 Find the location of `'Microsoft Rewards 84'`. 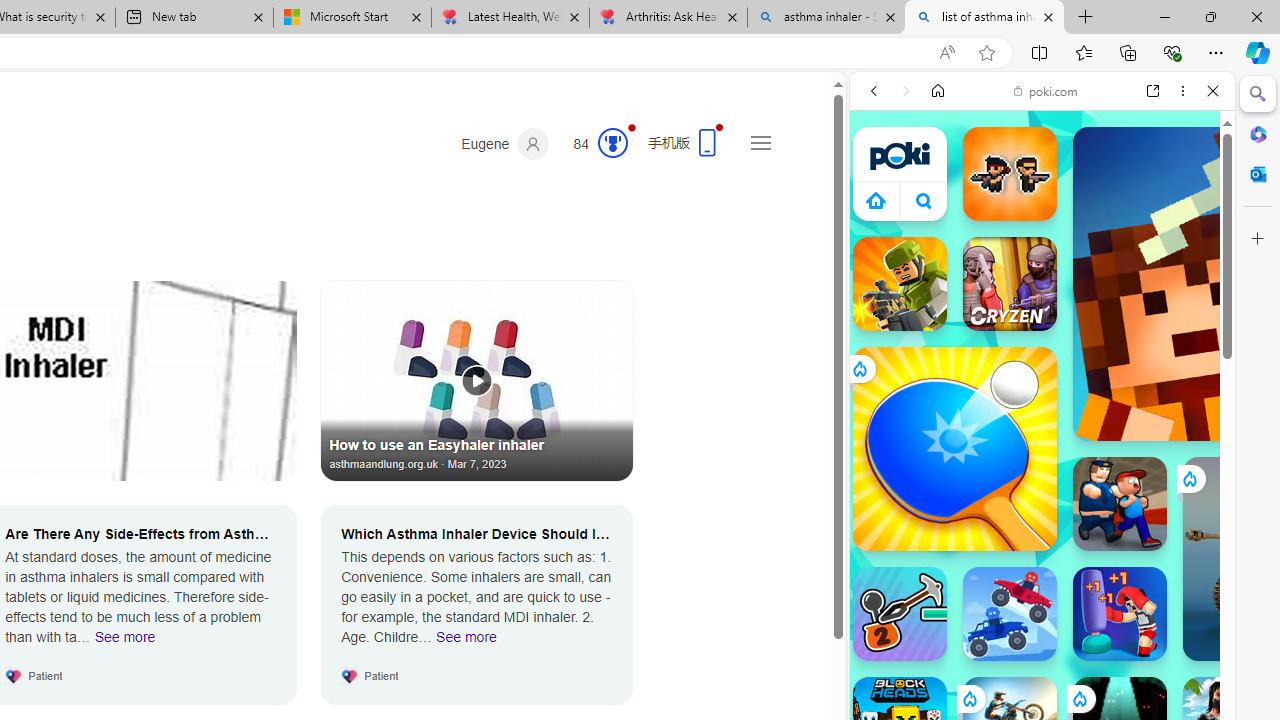

'Microsoft Rewards 84' is located at coordinates (593, 143).